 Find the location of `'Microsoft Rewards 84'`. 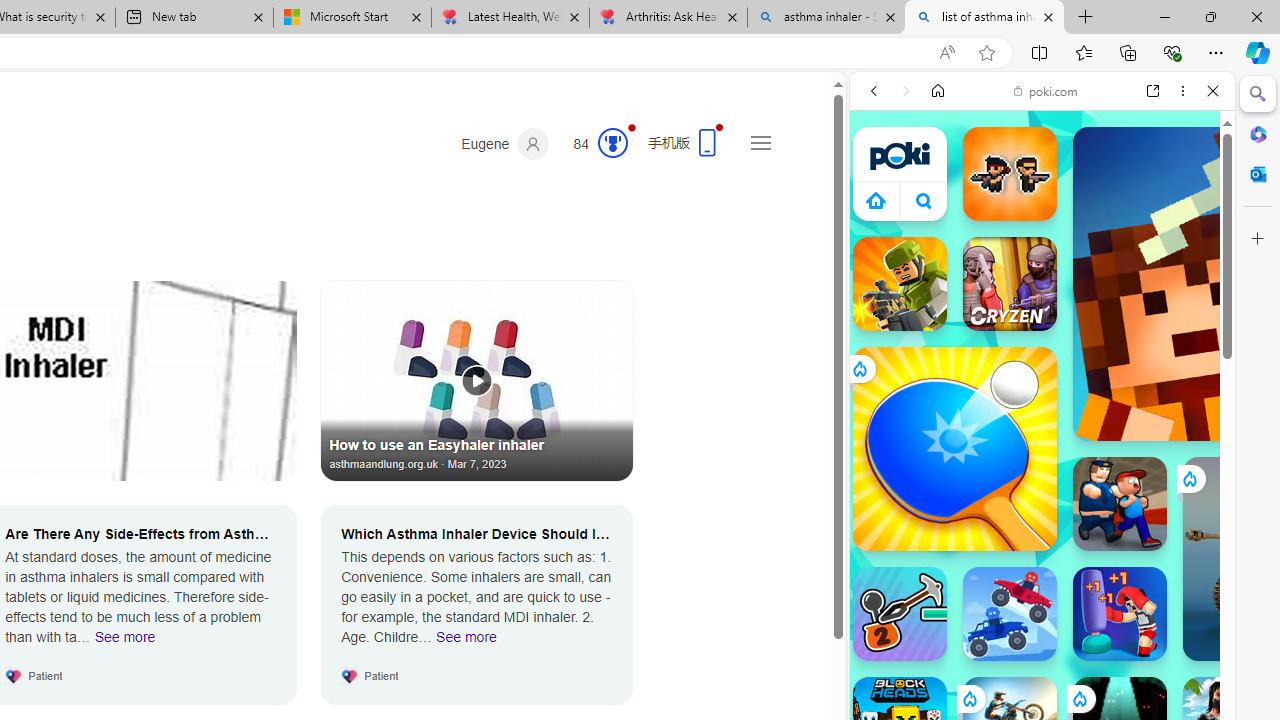

'Microsoft Rewards 84' is located at coordinates (593, 143).